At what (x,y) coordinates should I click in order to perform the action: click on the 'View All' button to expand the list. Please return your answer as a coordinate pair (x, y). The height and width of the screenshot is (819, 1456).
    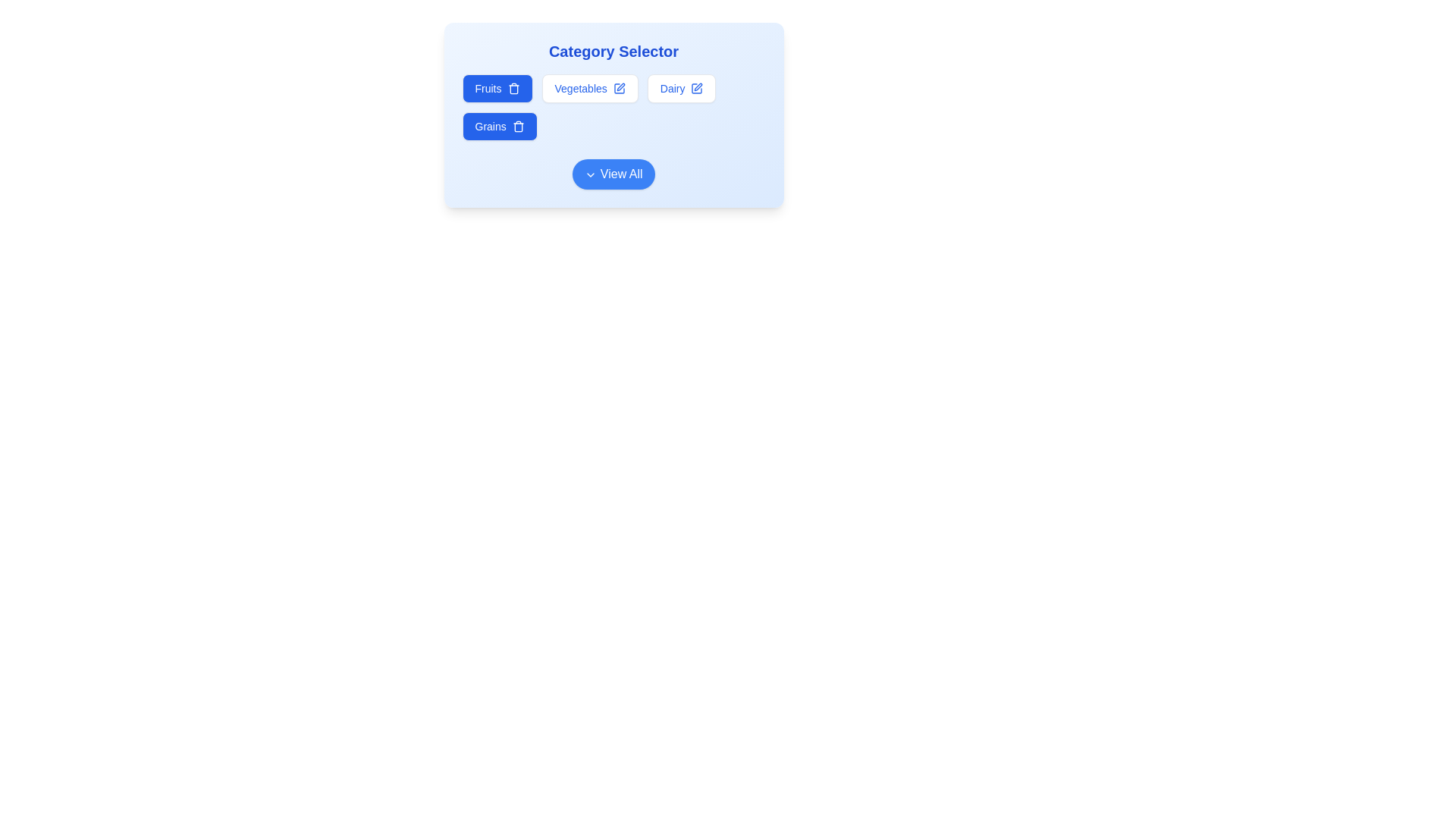
    Looking at the image, I should click on (613, 174).